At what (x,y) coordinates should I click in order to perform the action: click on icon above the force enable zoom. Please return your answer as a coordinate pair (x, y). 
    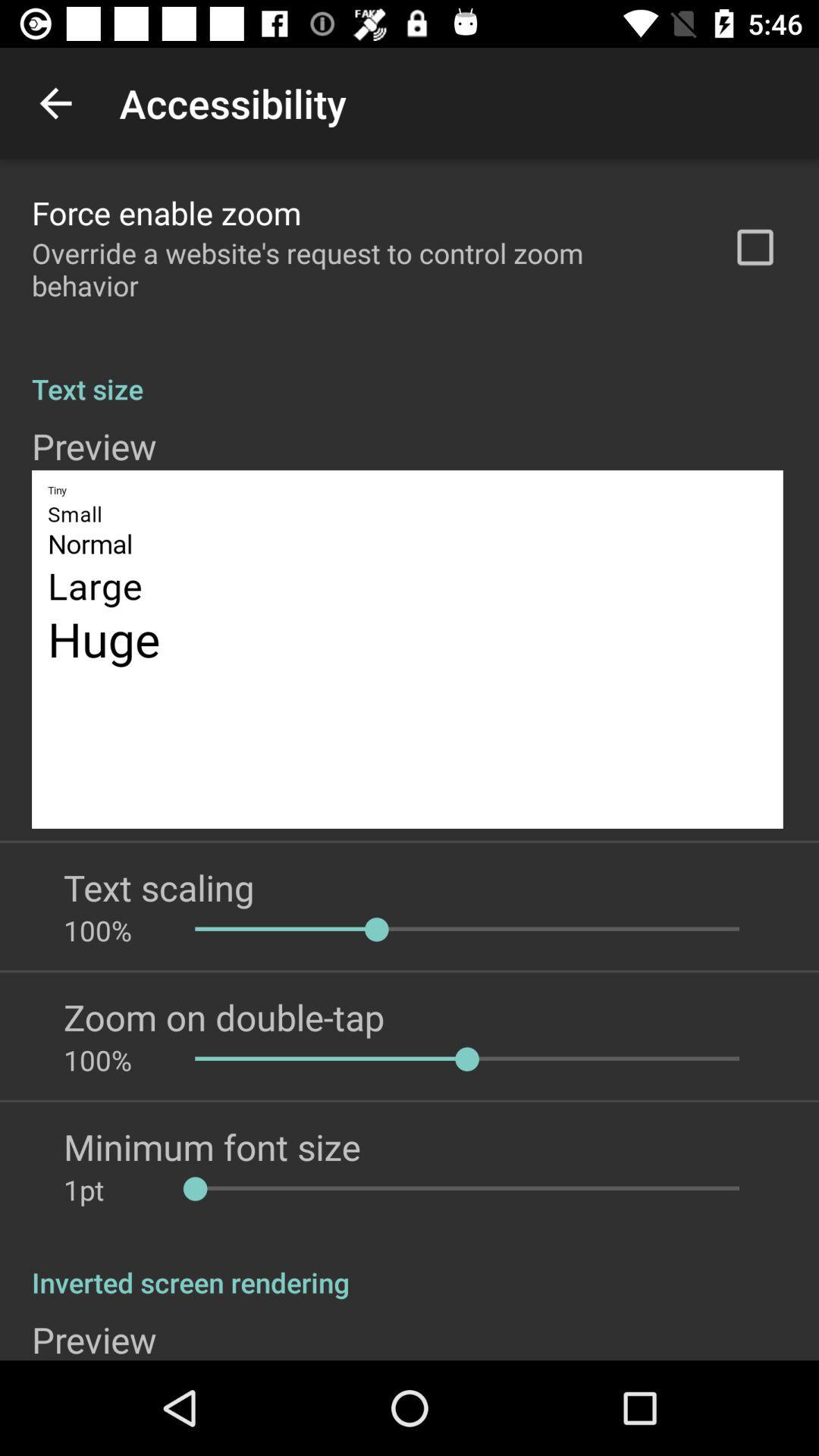
    Looking at the image, I should click on (55, 102).